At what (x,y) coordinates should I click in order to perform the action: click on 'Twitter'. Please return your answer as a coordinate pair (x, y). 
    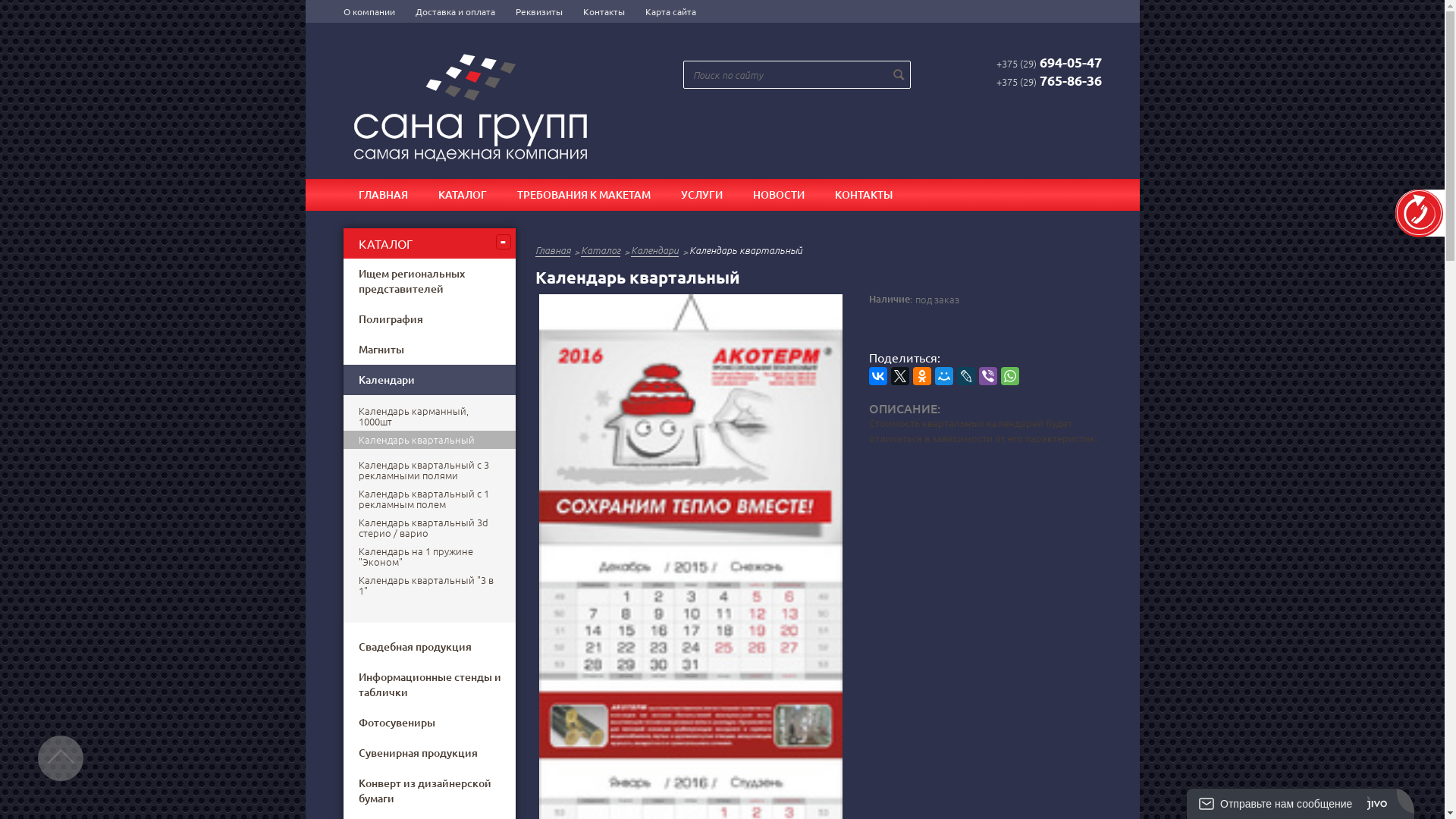
    Looking at the image, I should click on (899, 375).